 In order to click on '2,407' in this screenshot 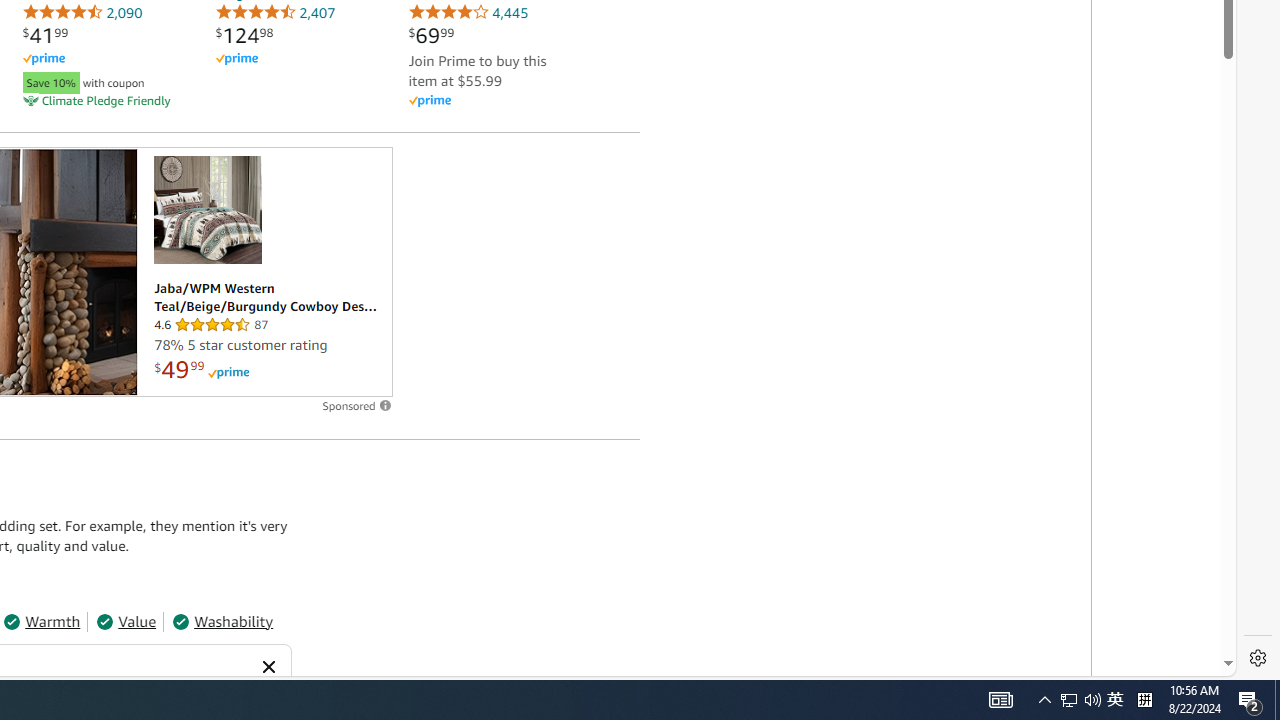, I will do `click(274, 12)`.